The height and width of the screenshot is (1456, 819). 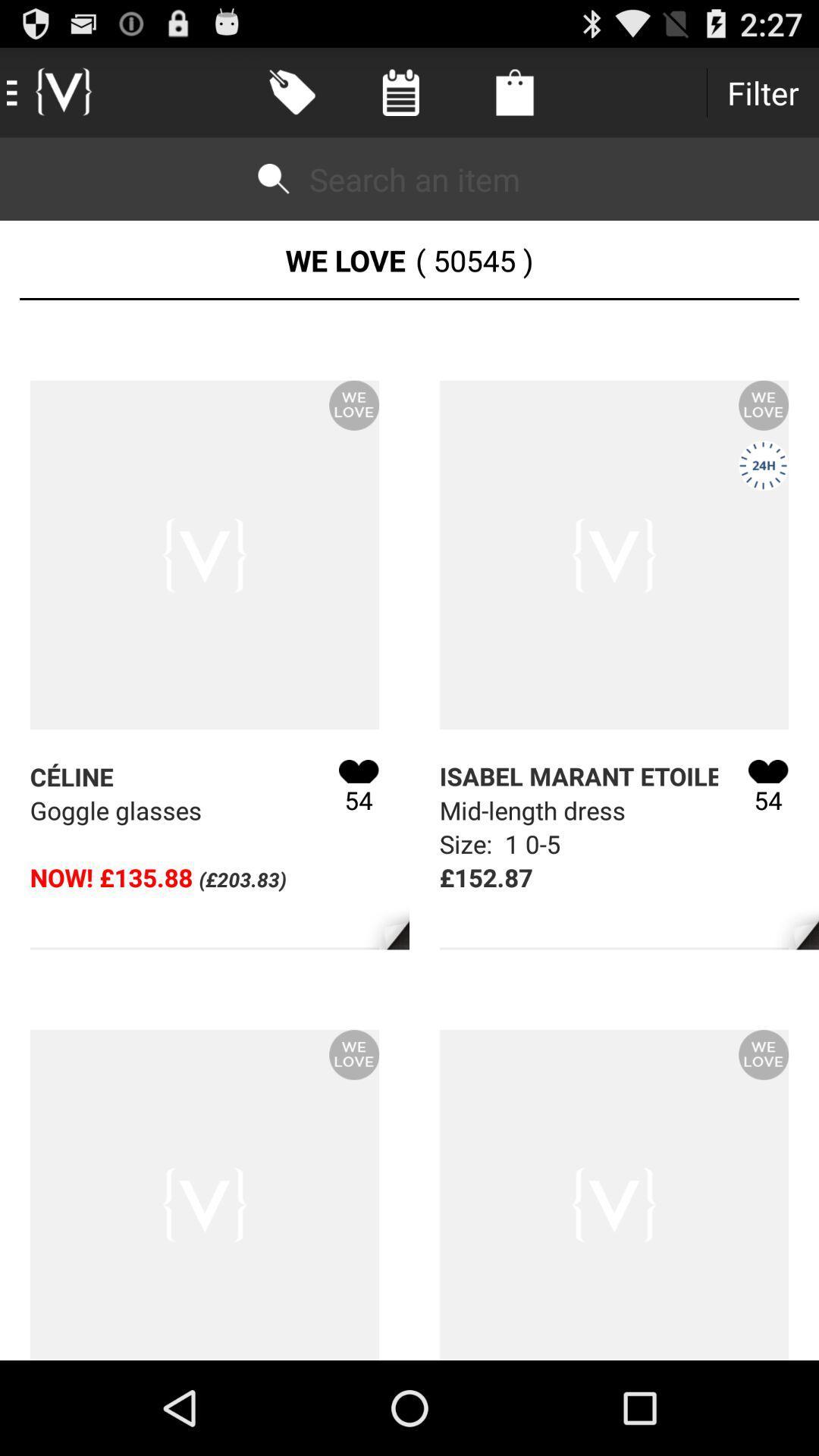 I want to click on the my wishlist  icon beside text celine, so click(x=359, y=771).